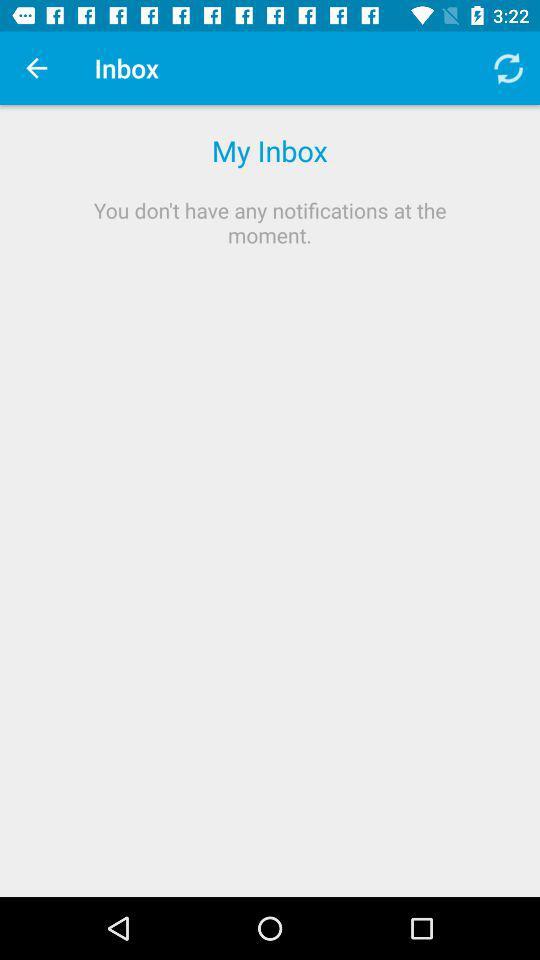 The width and height of the screenshot is (540, 960). What do you see at coordinates (36, 68) in the screenshot?
I see `the item next to the inbox item` at bounding box center [36, 68].